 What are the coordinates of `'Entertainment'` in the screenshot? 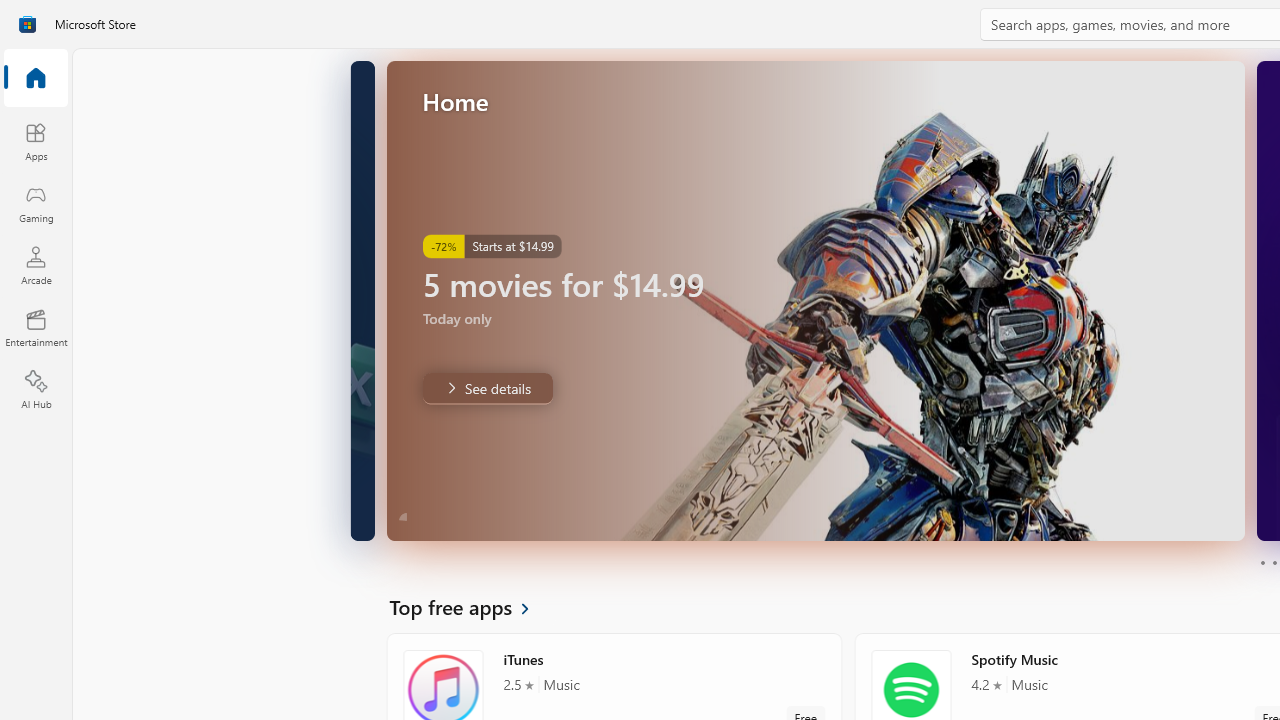 It's located at (35, 326).